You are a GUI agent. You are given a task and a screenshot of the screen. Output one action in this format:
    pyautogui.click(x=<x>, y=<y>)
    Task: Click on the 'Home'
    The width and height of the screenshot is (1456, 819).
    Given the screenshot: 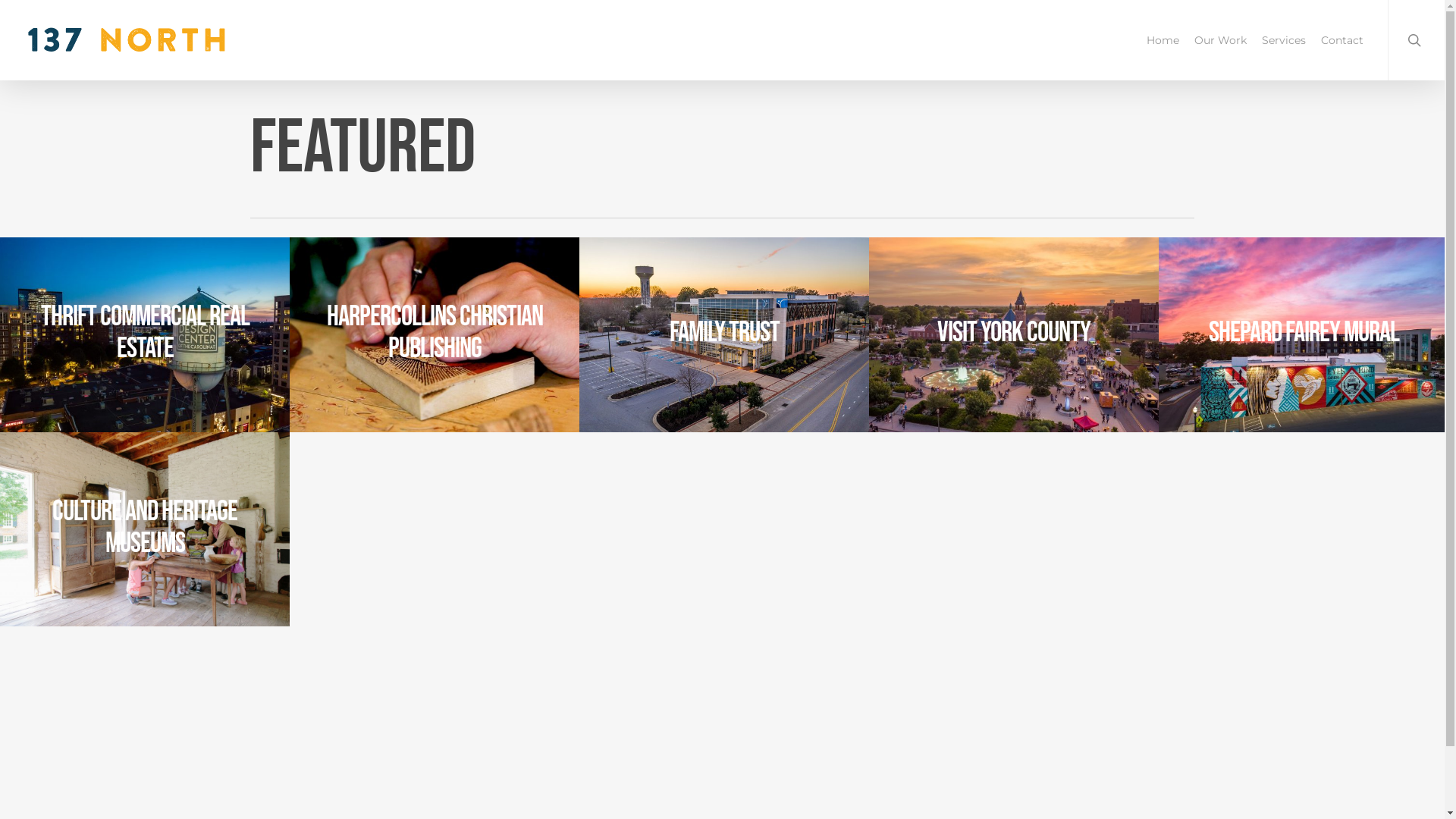 What is the action you would take?
    pyautogui.click(x=1162, y=39)
    